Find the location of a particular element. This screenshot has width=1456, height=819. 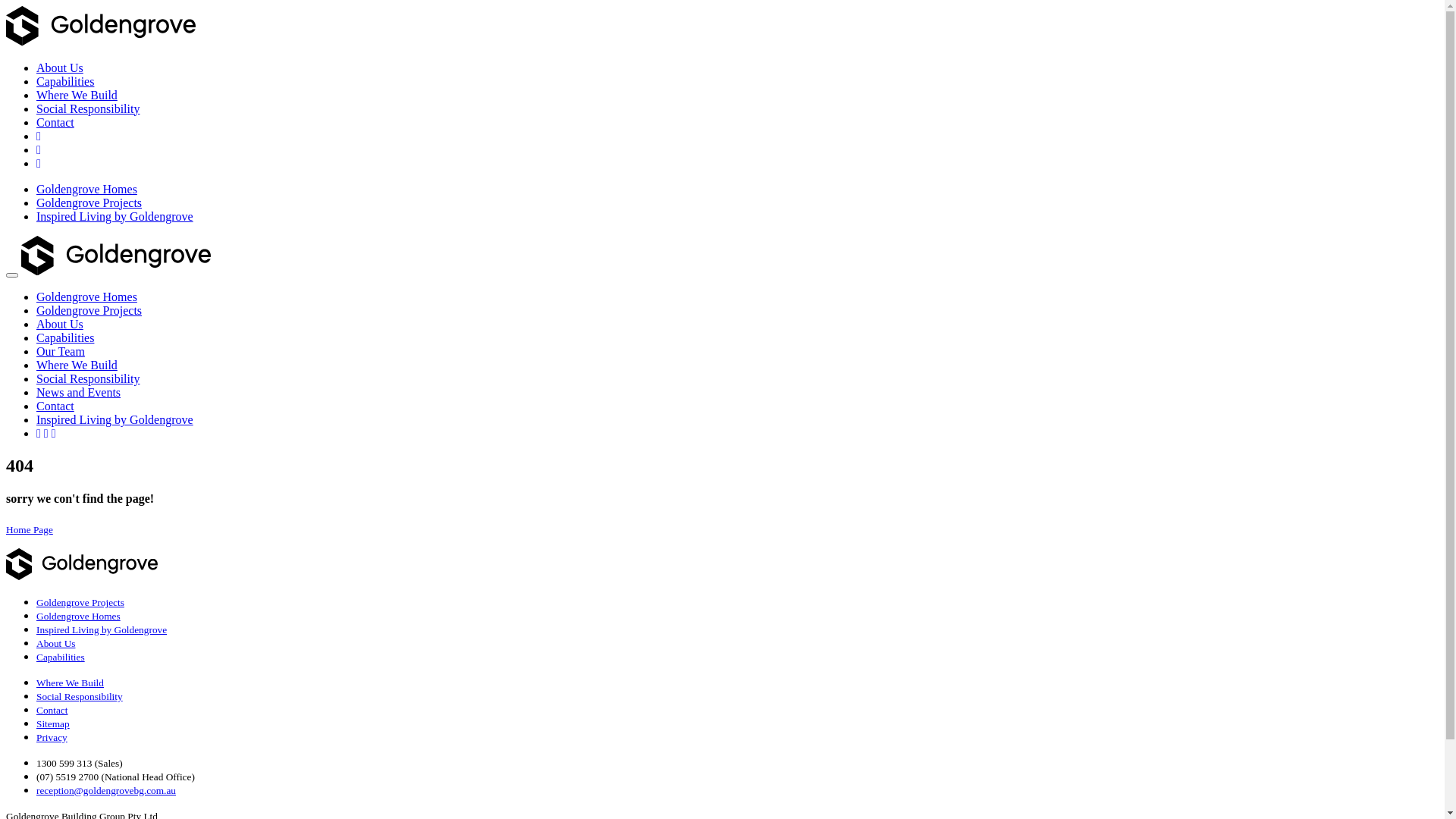

'Toggle navigation' is located at coordinates (11, 275).